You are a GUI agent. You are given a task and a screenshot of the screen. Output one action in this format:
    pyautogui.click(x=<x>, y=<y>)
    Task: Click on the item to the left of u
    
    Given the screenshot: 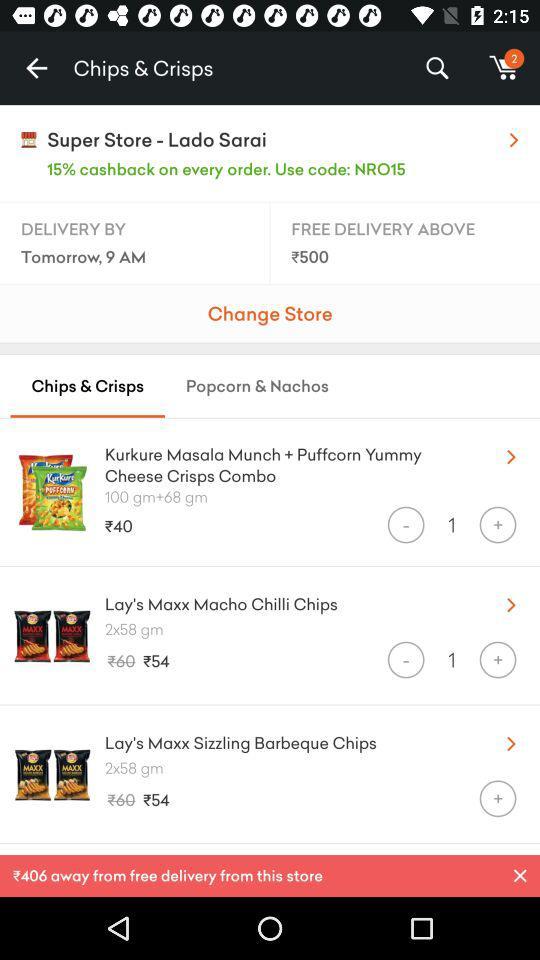 What is the action you would take?
    pyautogui.click(x=287, y=461)
    